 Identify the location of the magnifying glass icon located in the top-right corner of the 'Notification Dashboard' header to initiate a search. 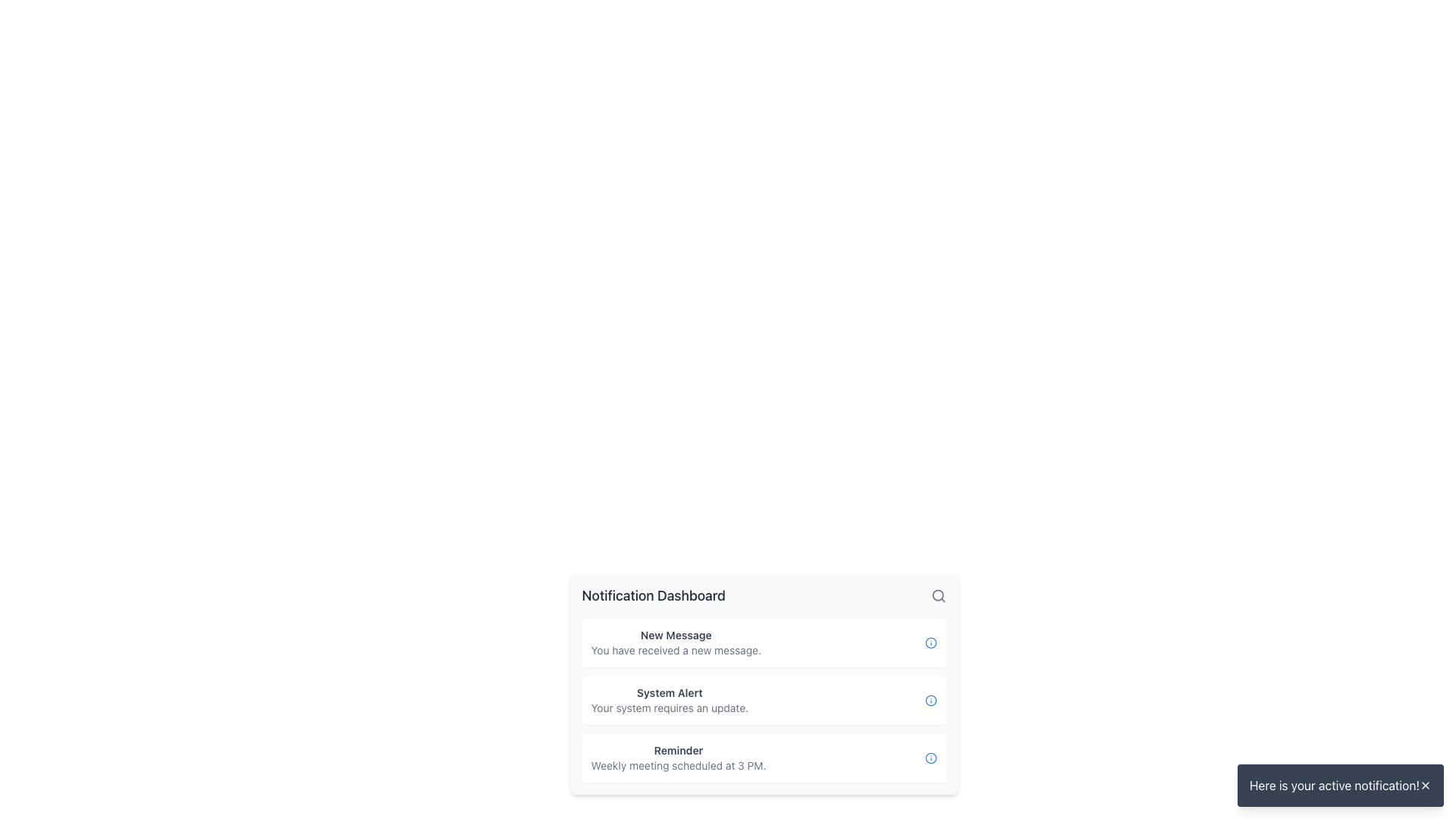
(937, 595).